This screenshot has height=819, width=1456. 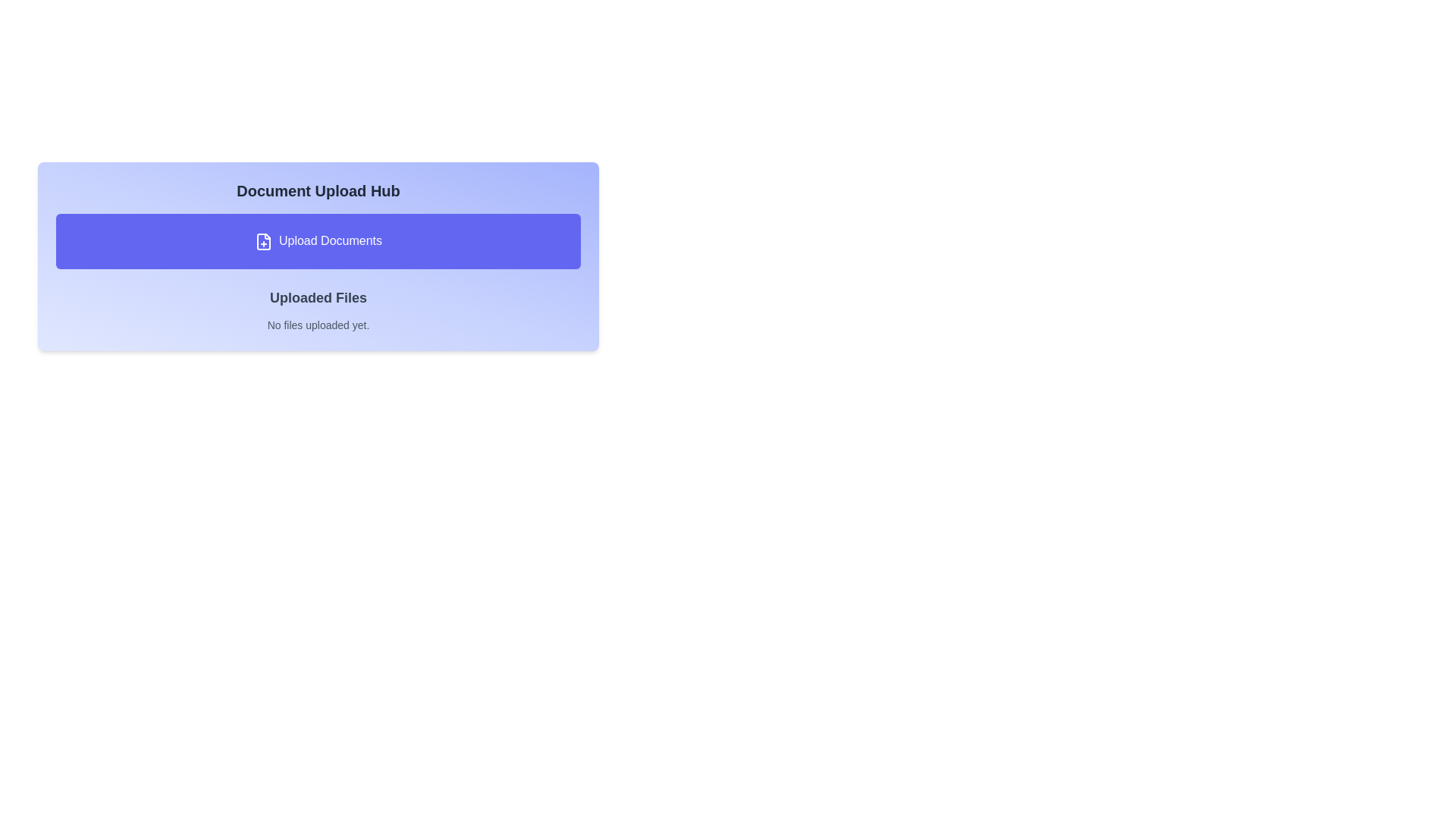 What do you see at coordinates (318, 324) in the screenshot?
I see `the text label that reads 'No files uploaded yet.' which is styled in gray and positioned below the heading 'Uploaded Files'` at bounding box center [318, 324].